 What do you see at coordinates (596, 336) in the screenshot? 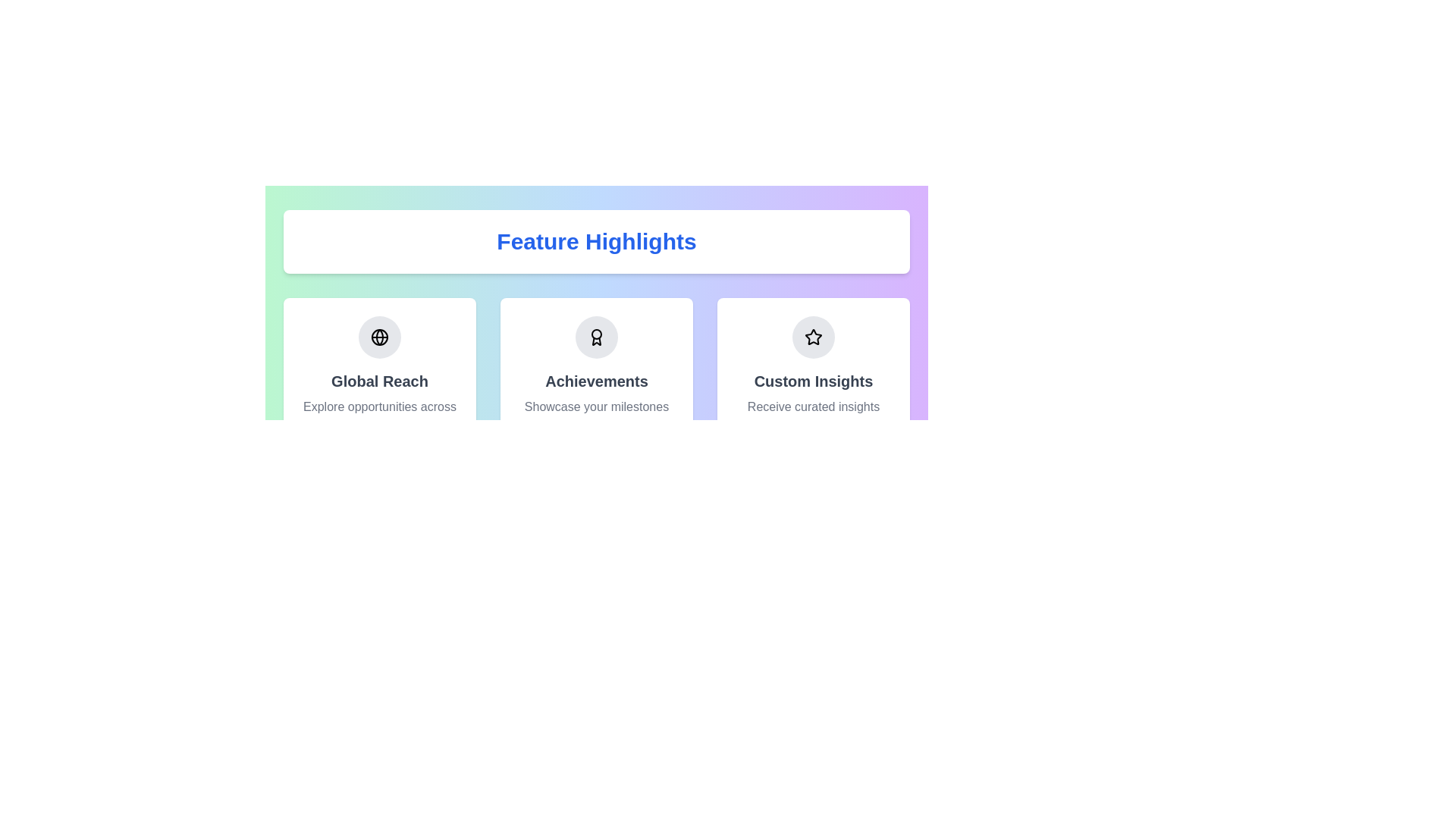
I see `the achievements icon, which is centrally placed within the second feature card of the 'Achievements' section, symbolizing milestones or rewards` at bounding box center [596, 336].